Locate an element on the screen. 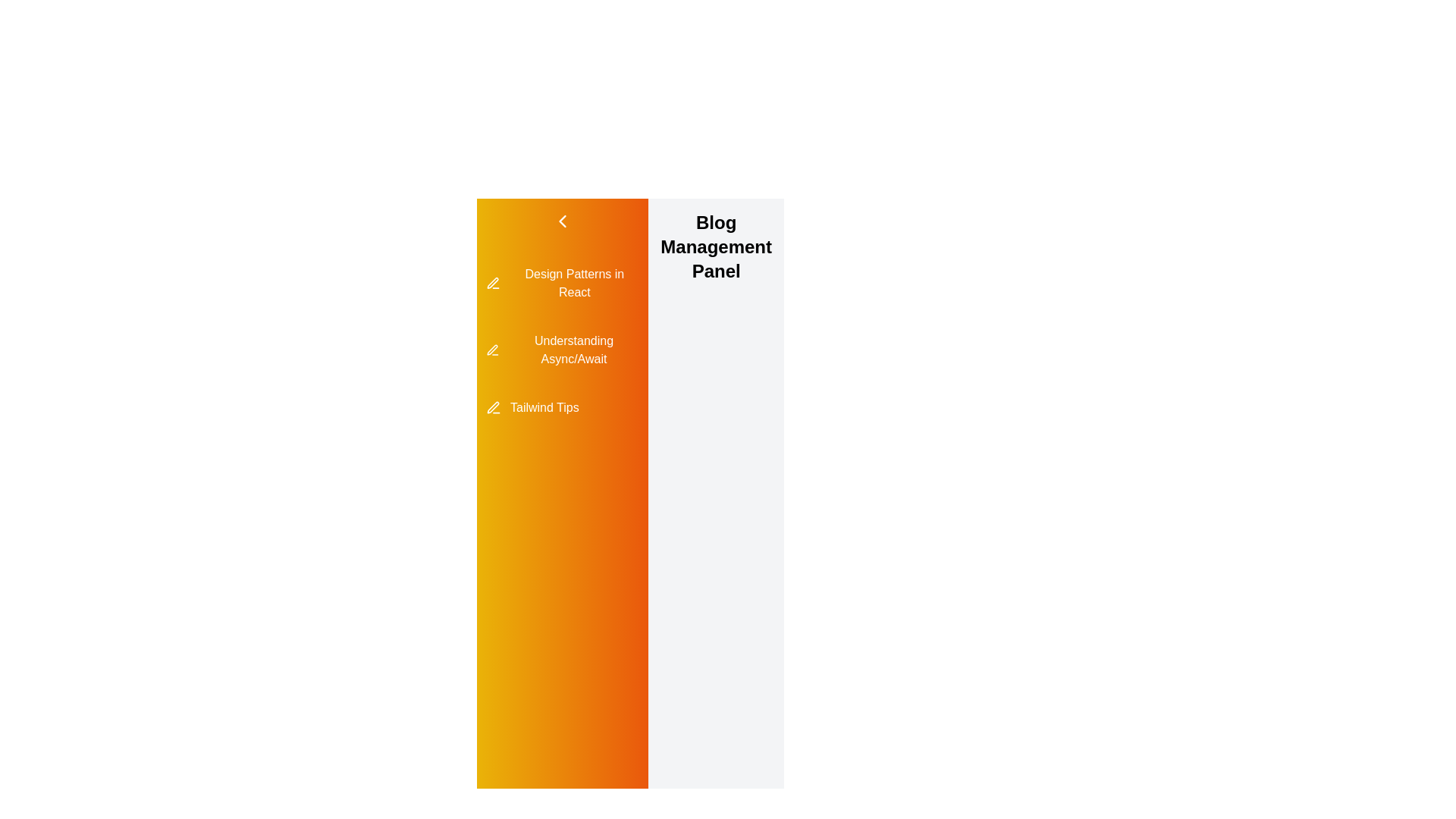  the icon associated with the blog entry titled Understanding Async/Await is located at coordinates (492, 350).